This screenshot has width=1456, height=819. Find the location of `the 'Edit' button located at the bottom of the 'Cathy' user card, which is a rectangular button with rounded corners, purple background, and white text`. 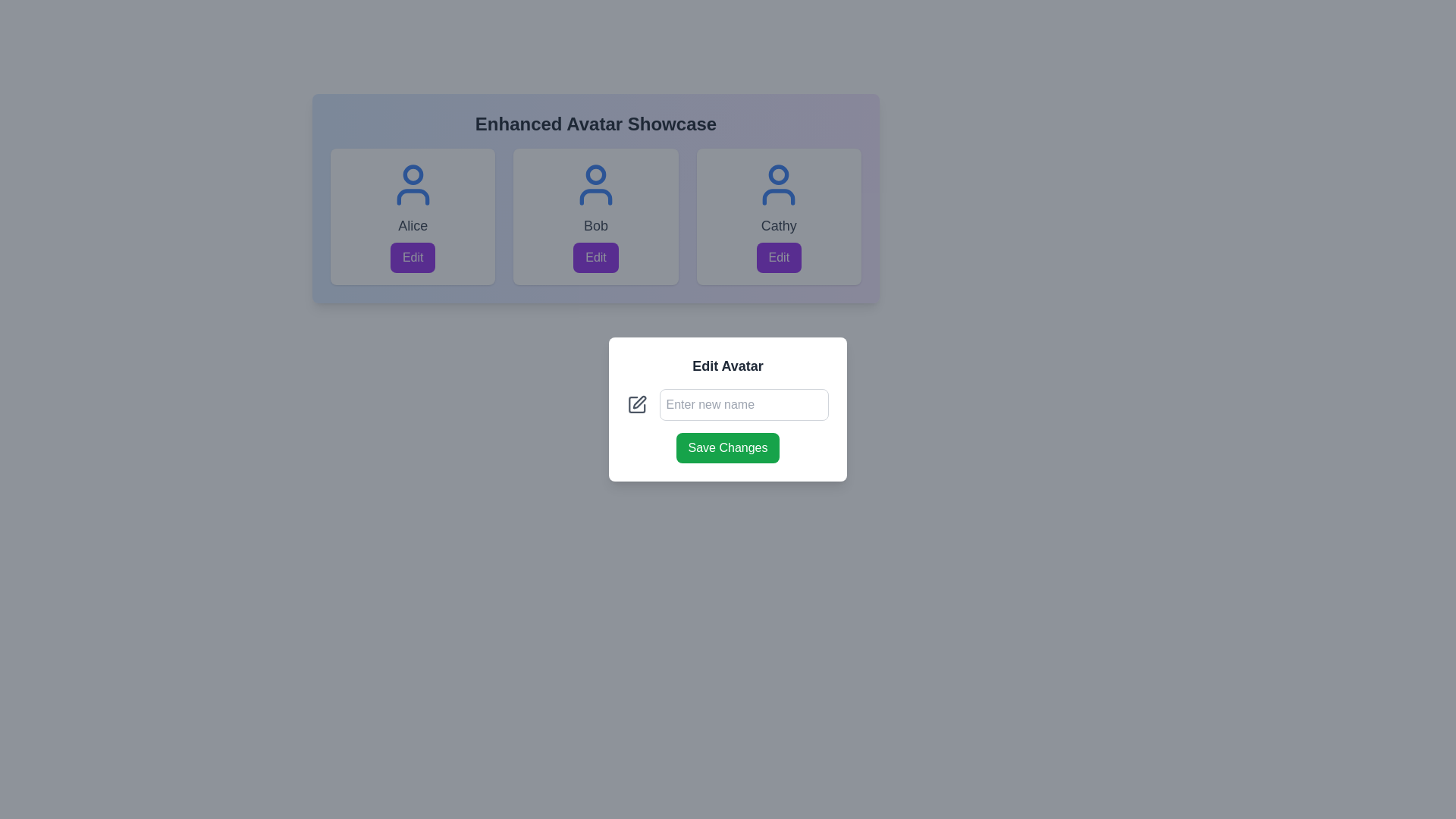

the 'Edit' button located at the bottom of the 'Cathy' user card, which is a rectangular button with rounded corners, purple background, and white text is located at coordinates (779, 256).